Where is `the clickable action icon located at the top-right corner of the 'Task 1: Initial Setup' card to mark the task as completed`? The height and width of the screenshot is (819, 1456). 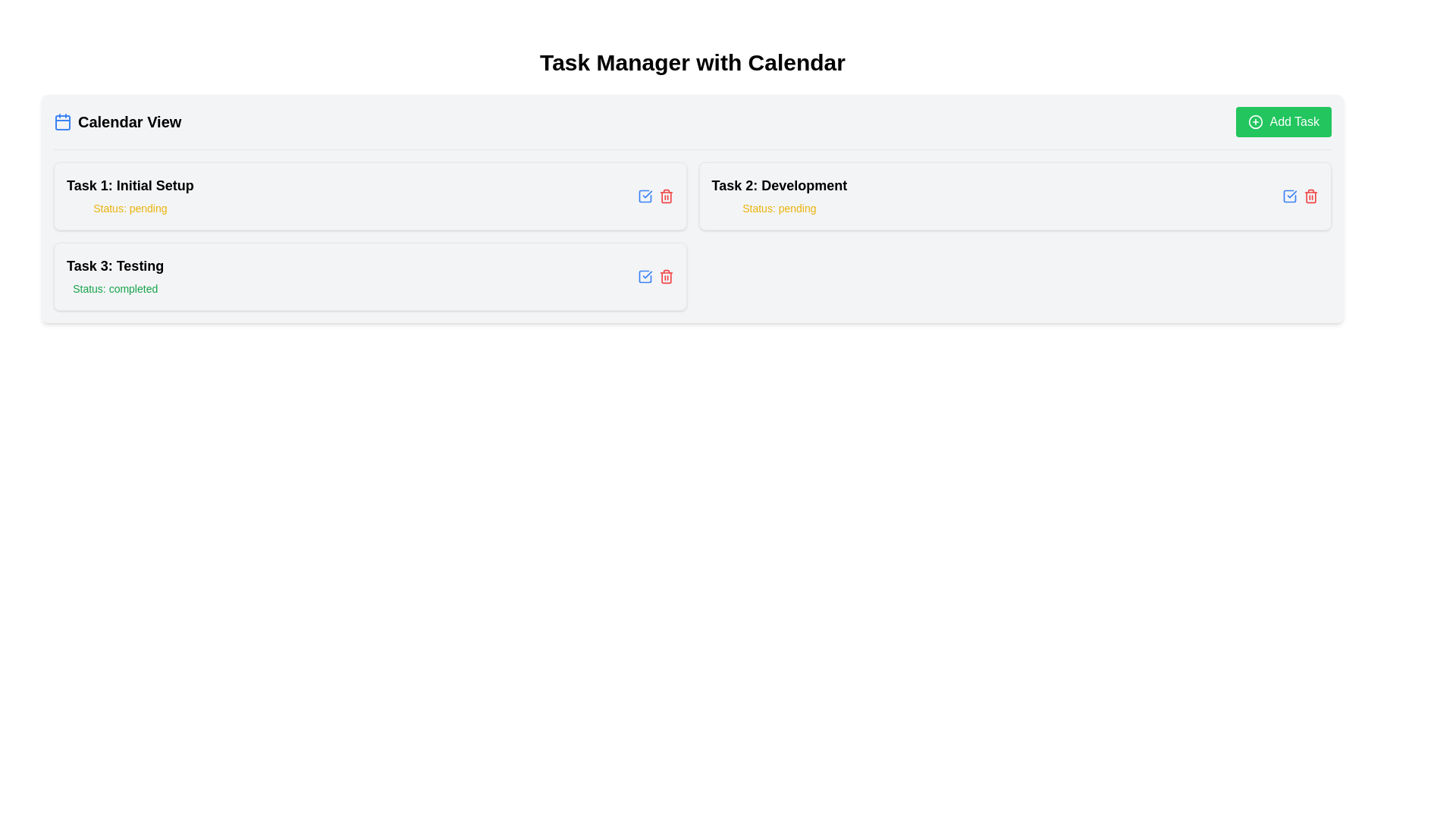 the clickable action icon located at the top-right corner of the 'Task 1: Initial Setup' card to mark the task as completed is located at coordinates (645, 277).